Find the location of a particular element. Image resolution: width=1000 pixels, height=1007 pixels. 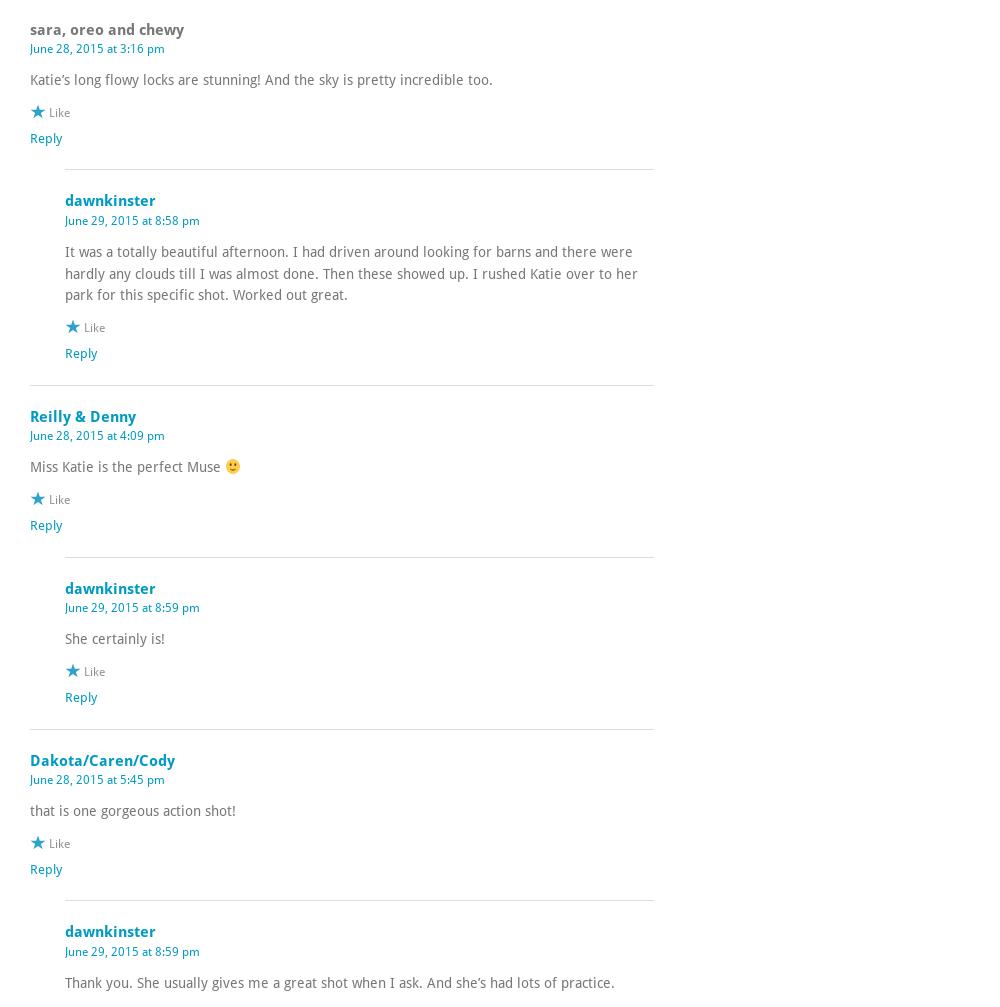

'It was a totally beautiful afternoon.  I had driven around looking for barns and there were hardly any clouds till I was almost done.  Then these showed up.  I rushed Katie over to her park for this specific shot.  Worked out great.' is located at coordinates (64, 273).